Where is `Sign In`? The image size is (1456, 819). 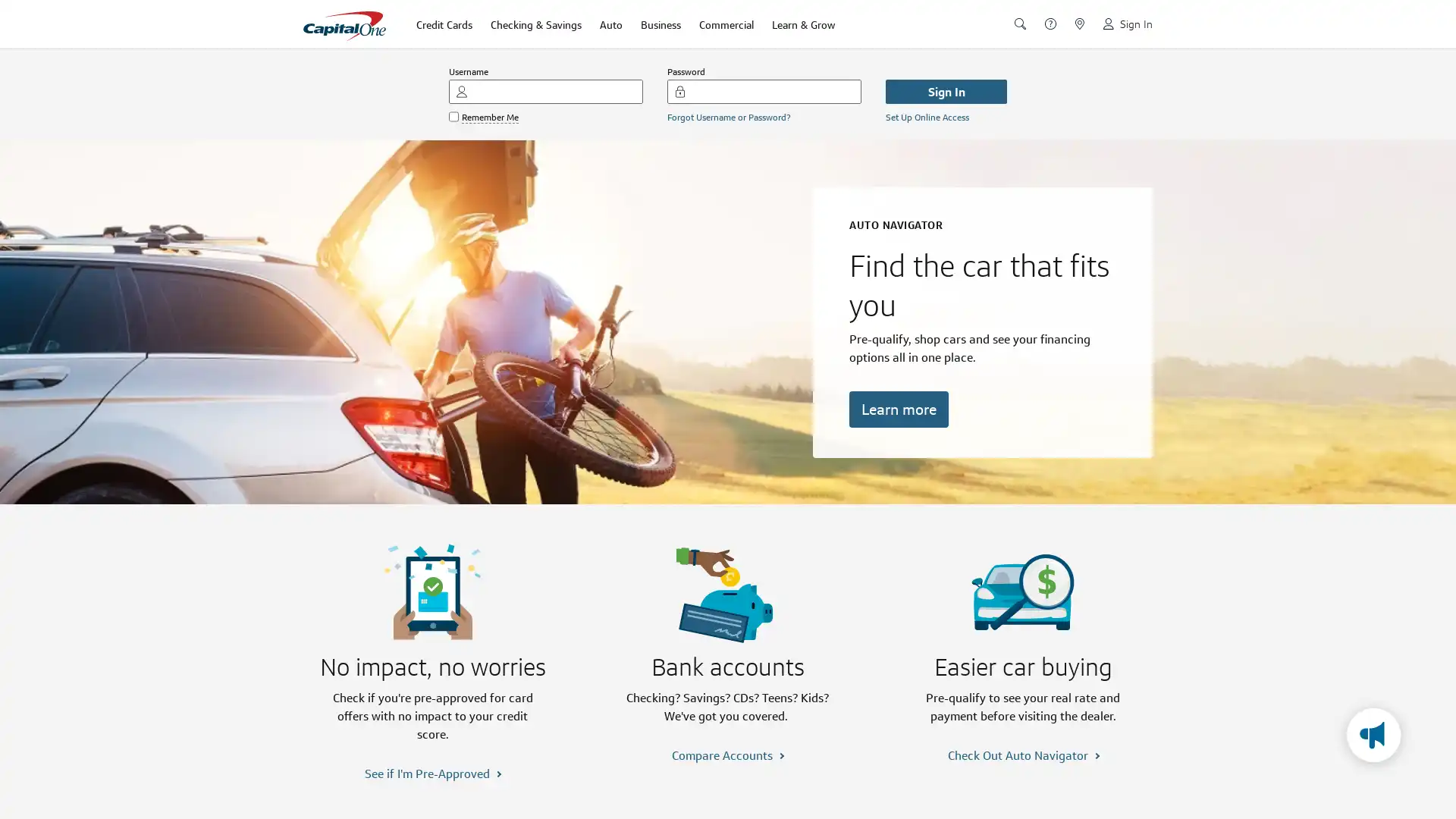 Sign In is located at coordinates (946, 91).